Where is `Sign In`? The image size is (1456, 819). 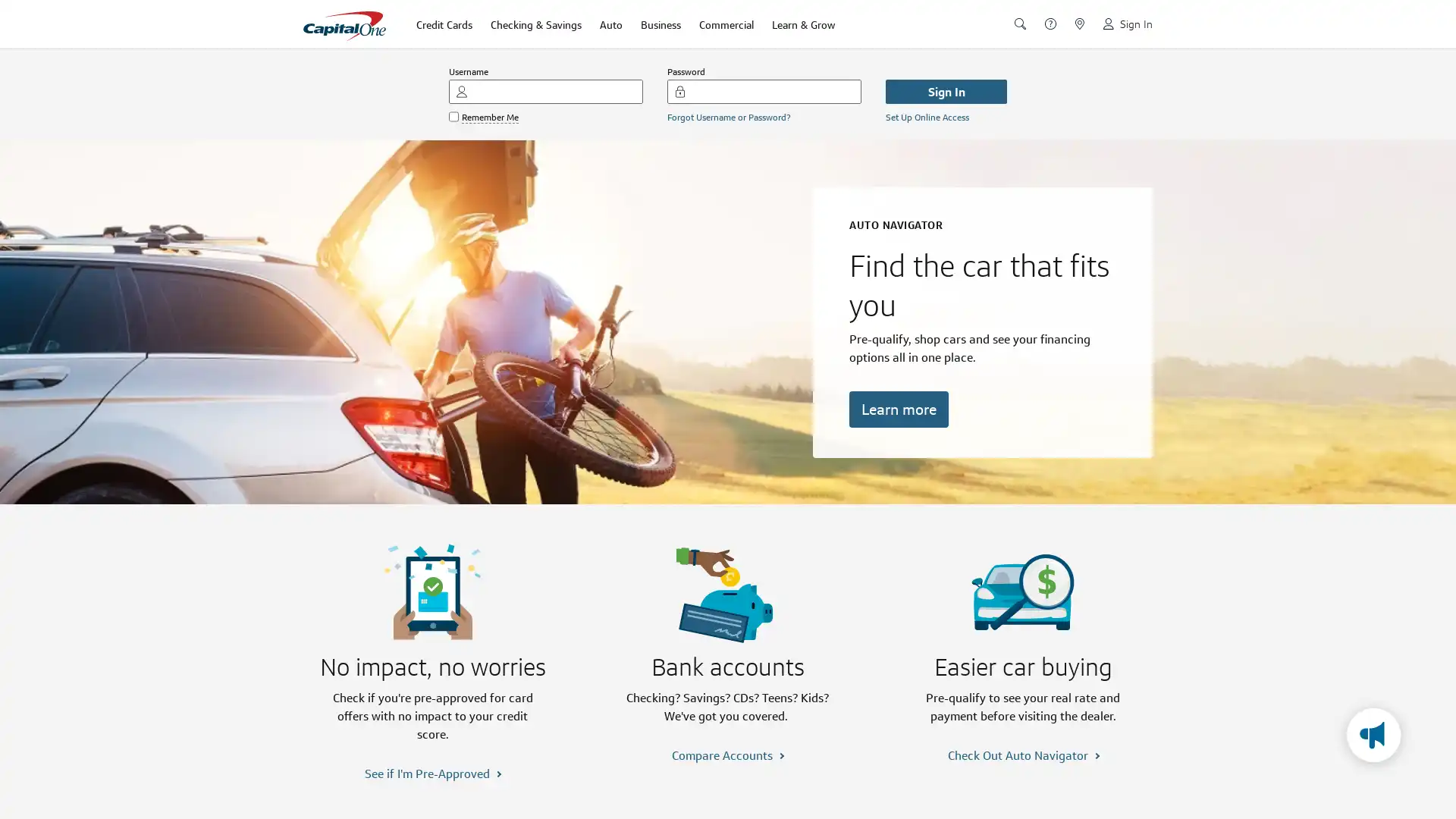 Sign In is located at coordinates (946, 91).